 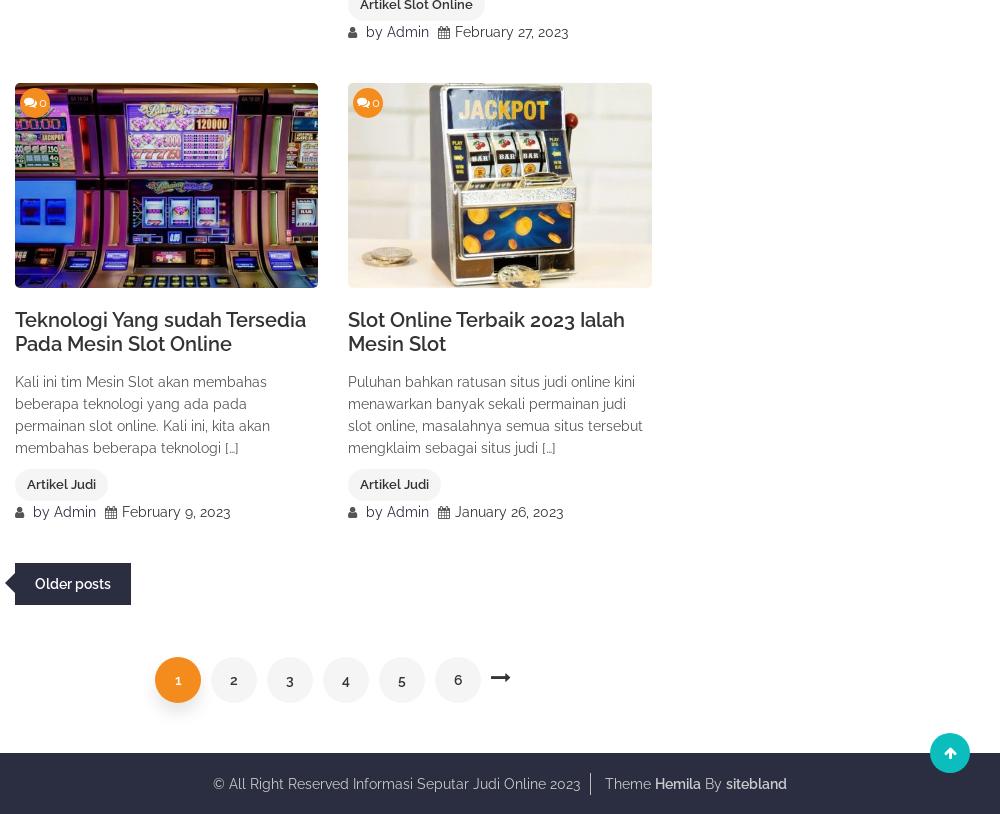 I want to click on '© All Right Reserved Informasi Seputar Judi Online 2023', so click(x=212, y=783).